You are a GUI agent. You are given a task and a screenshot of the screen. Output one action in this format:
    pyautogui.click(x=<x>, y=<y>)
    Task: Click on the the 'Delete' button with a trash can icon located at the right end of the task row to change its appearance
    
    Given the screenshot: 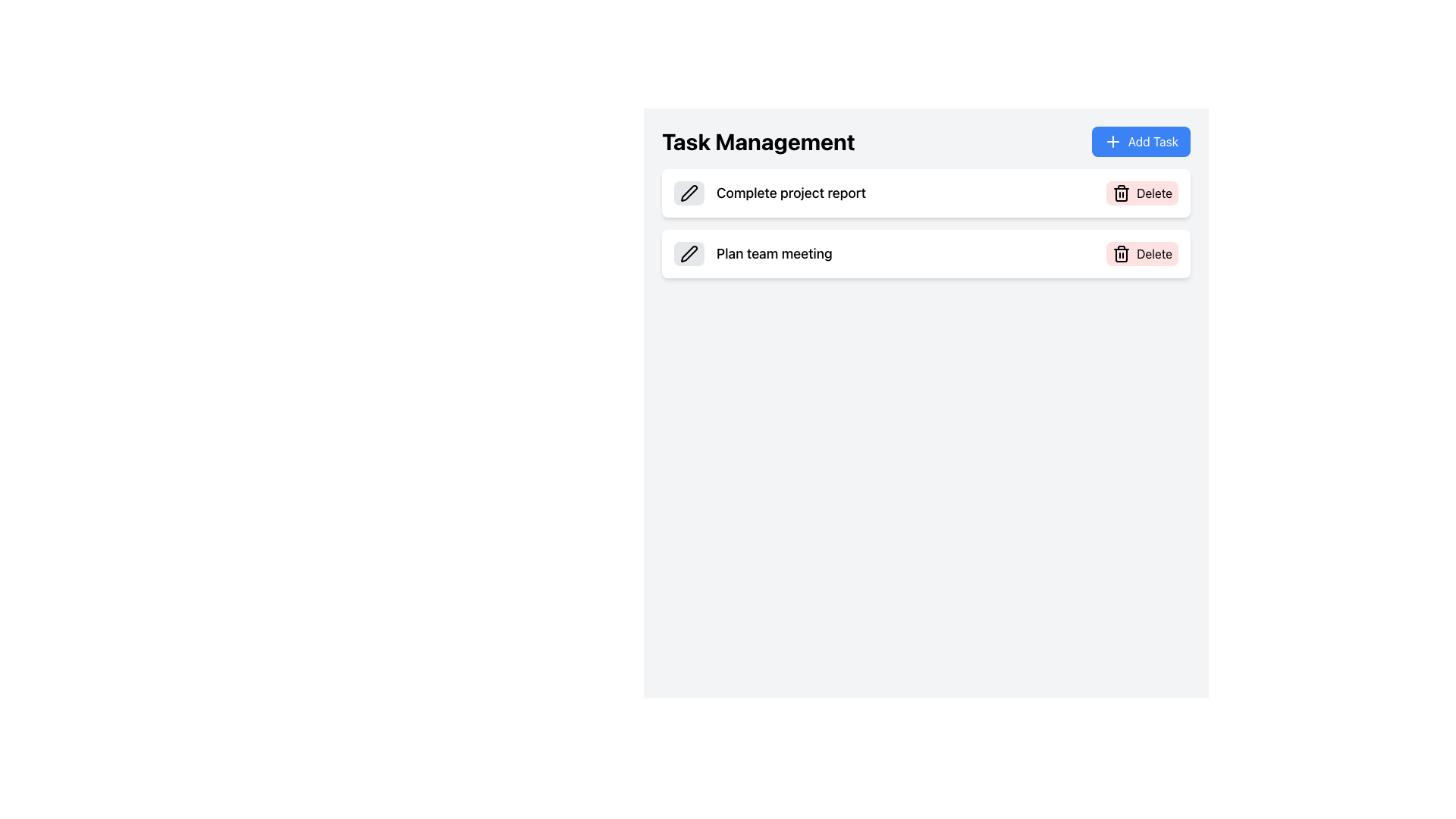 What is the action you would take?
    pyautogui.click(x=1142, y=192)
    